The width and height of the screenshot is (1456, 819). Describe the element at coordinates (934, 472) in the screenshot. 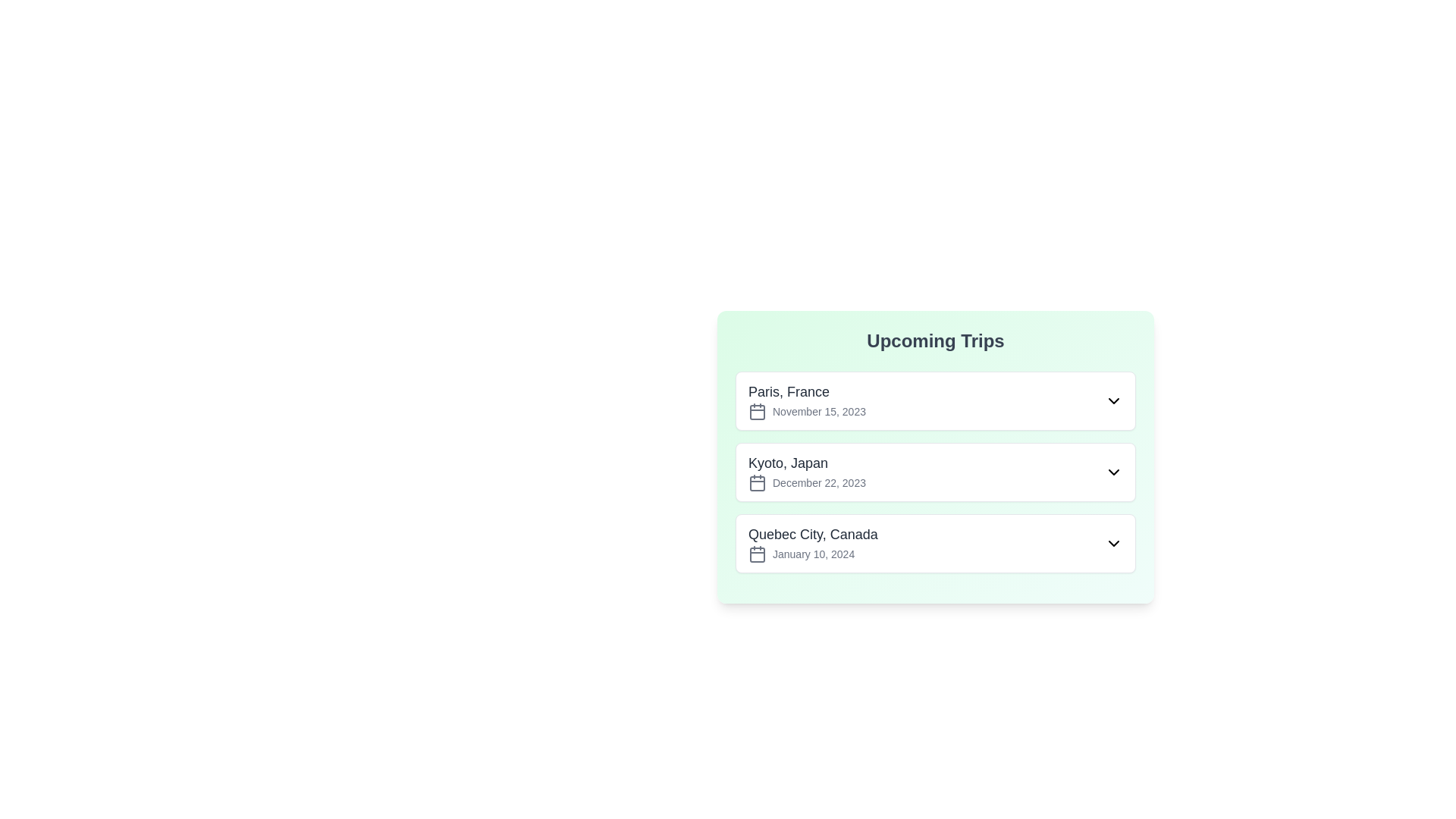

I see `the second item in the 'Upcoming Trips' section, which provides details about the trip to Kyoto, Japan` at that location.